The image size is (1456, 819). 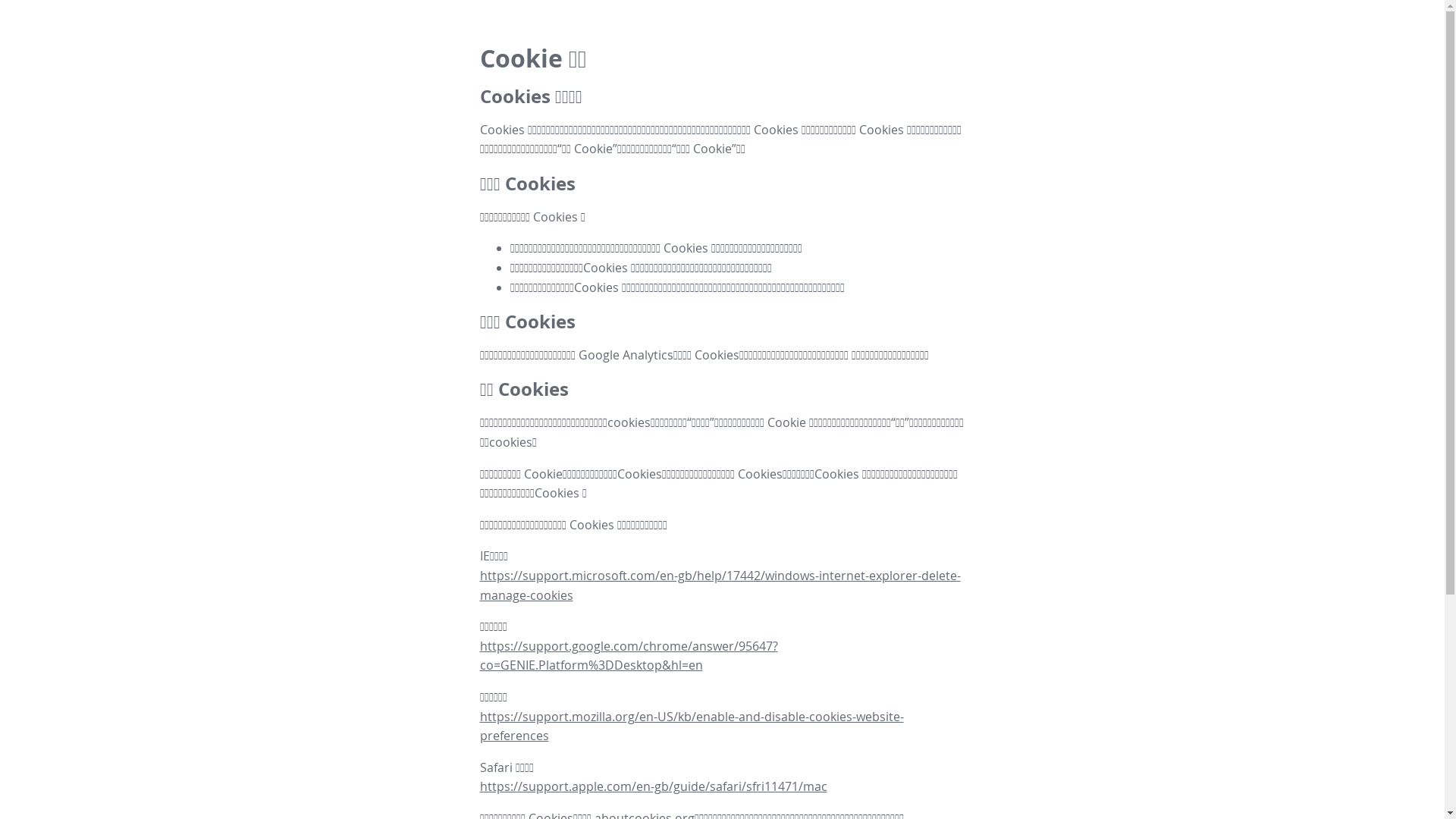 What do you see at coordinates (652, 786) in the screenshot?
I see `'https://support.apple.com/en-gb/guide/safari/sfri11471/mac'` at bounding box center [652, 786].